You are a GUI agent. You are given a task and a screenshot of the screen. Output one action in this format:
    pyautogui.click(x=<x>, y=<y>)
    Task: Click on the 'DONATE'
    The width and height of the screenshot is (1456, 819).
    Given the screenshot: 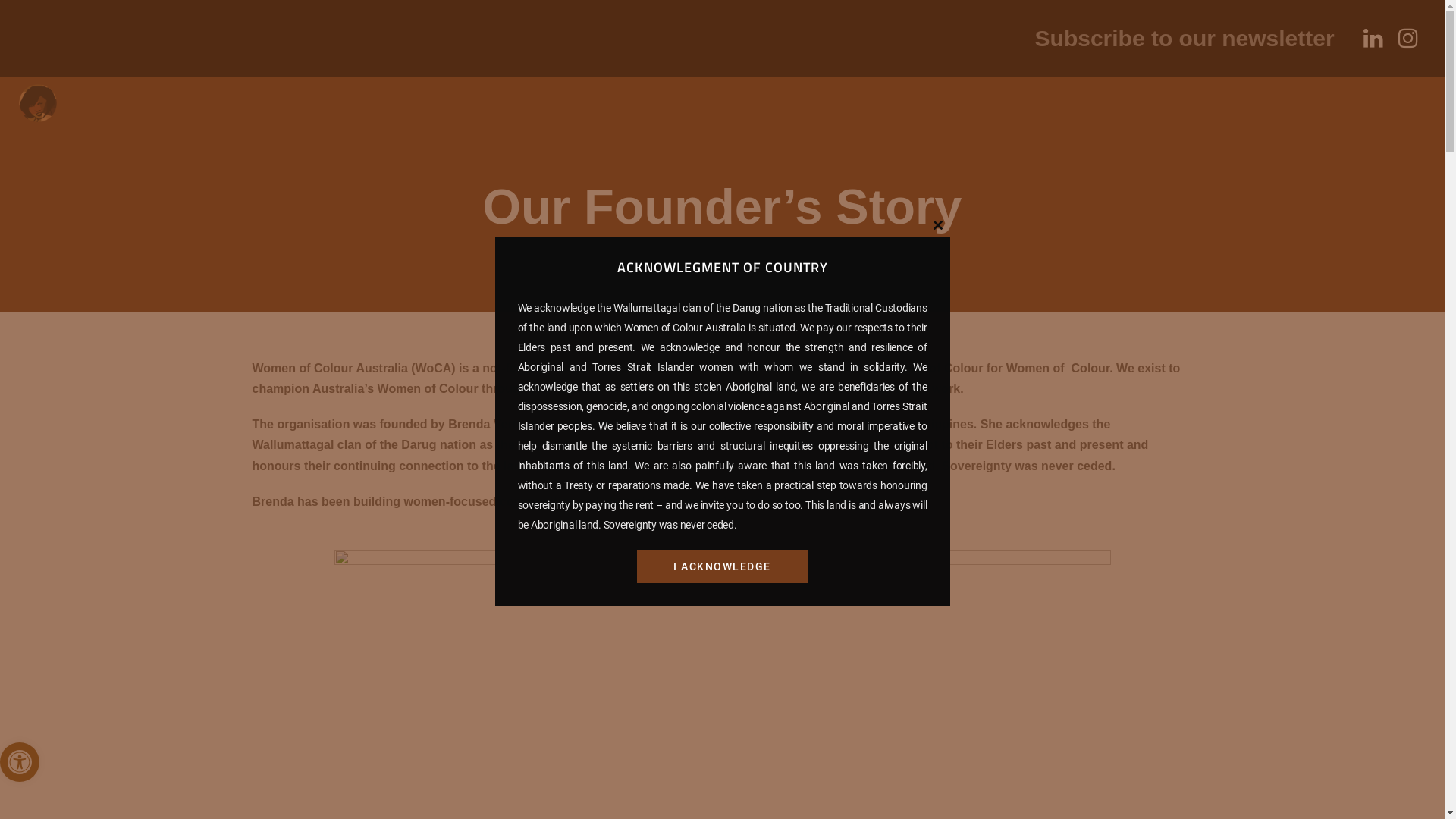 What is the action you would take?
    pyautogui.click(x=931, y=112)
    